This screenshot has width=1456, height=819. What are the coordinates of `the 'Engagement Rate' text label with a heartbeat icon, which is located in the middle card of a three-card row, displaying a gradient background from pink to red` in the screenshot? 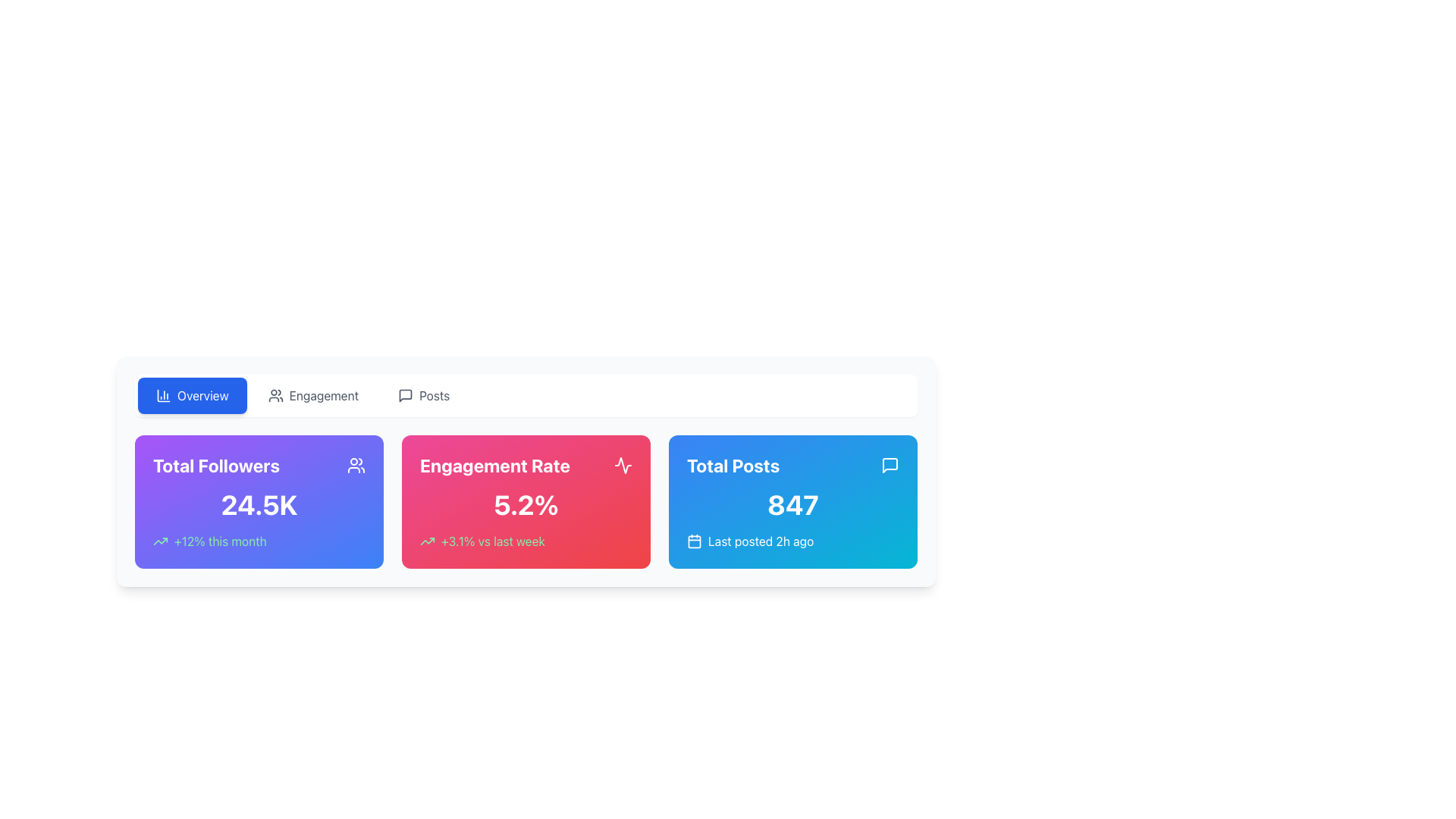 It's located at (526, 464).